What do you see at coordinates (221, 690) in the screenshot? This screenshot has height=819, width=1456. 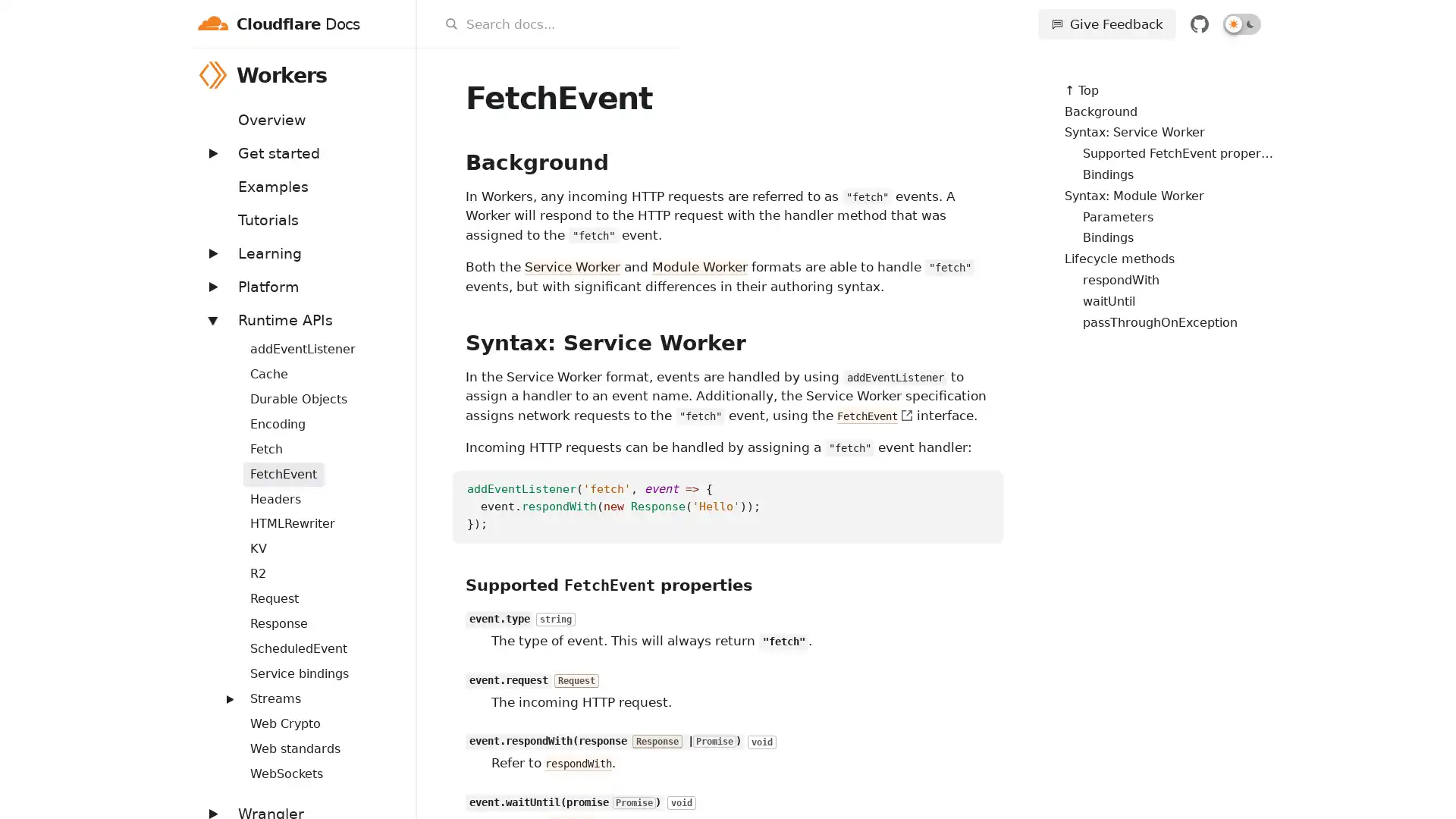 I see `Expand: Workers Sites` at bounding box center [221, 690].